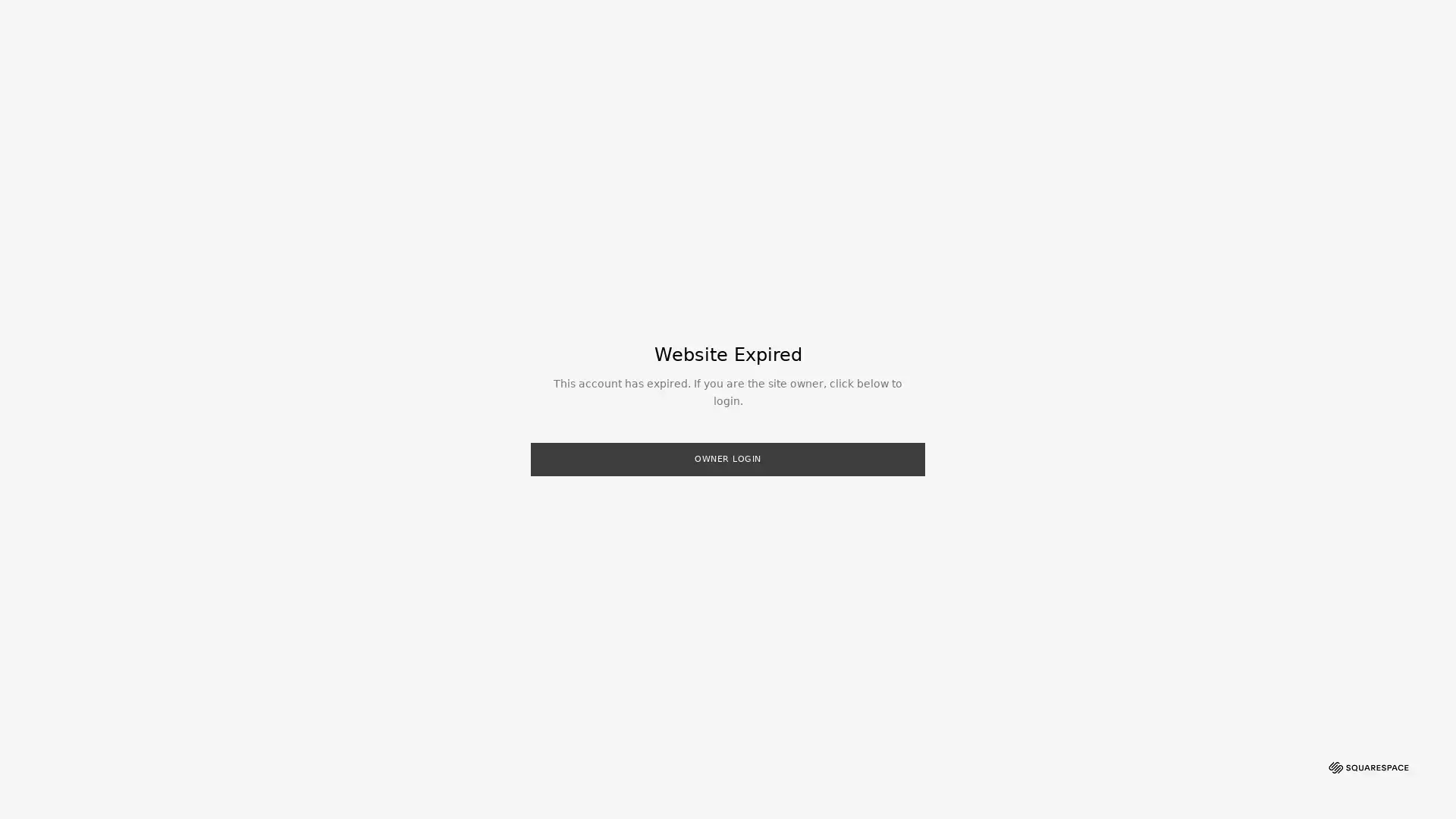 This screenshot has height=819, width=1456. I want to click on Owner Login, so click(728, 458).